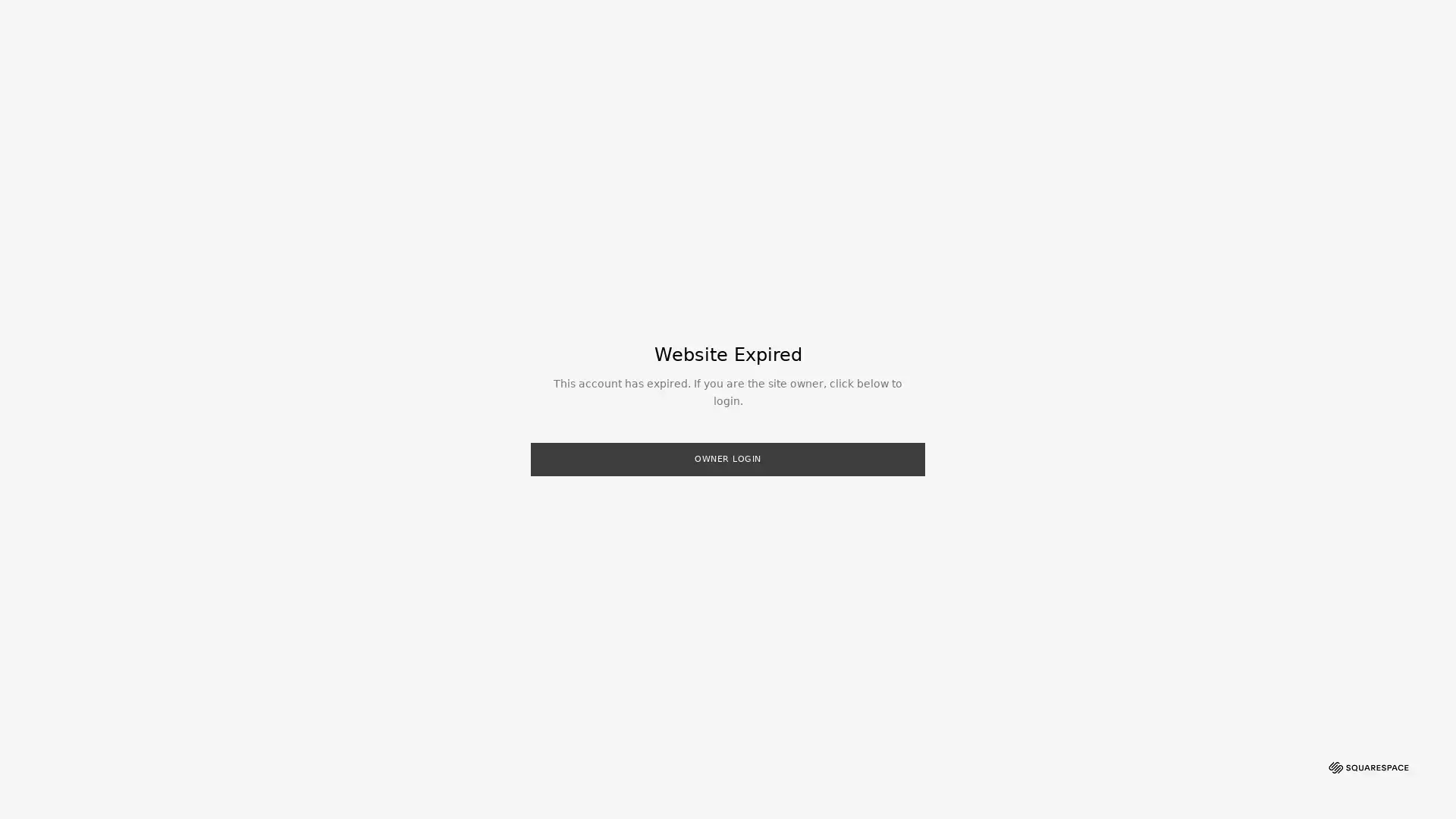 This screenshot has height=819, width=1456. I want to click on Owner Login, so click(728, 458).